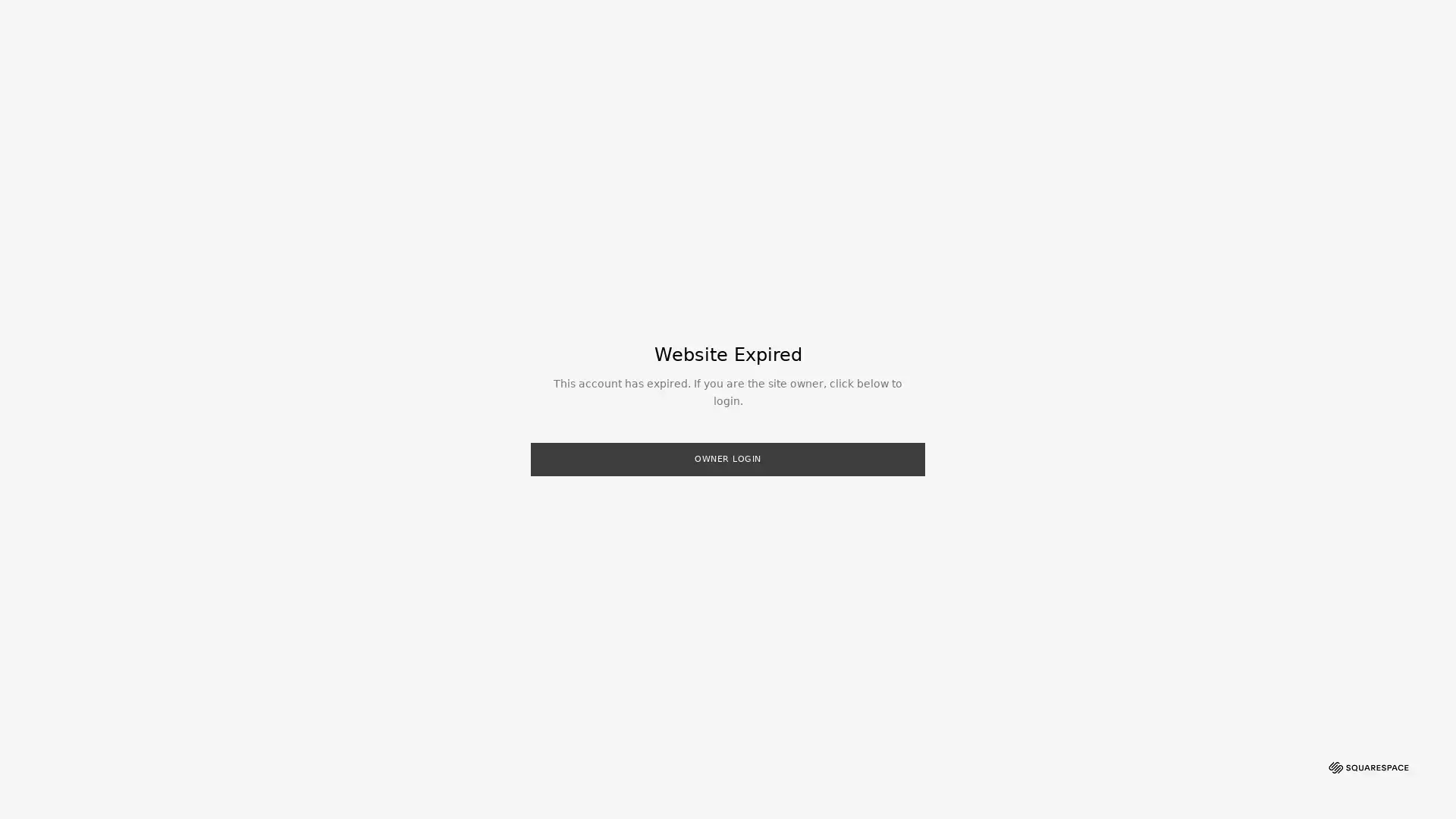 This screenshot has height=819, width=1456. I want to click on Owner Login, so click(728, 458).